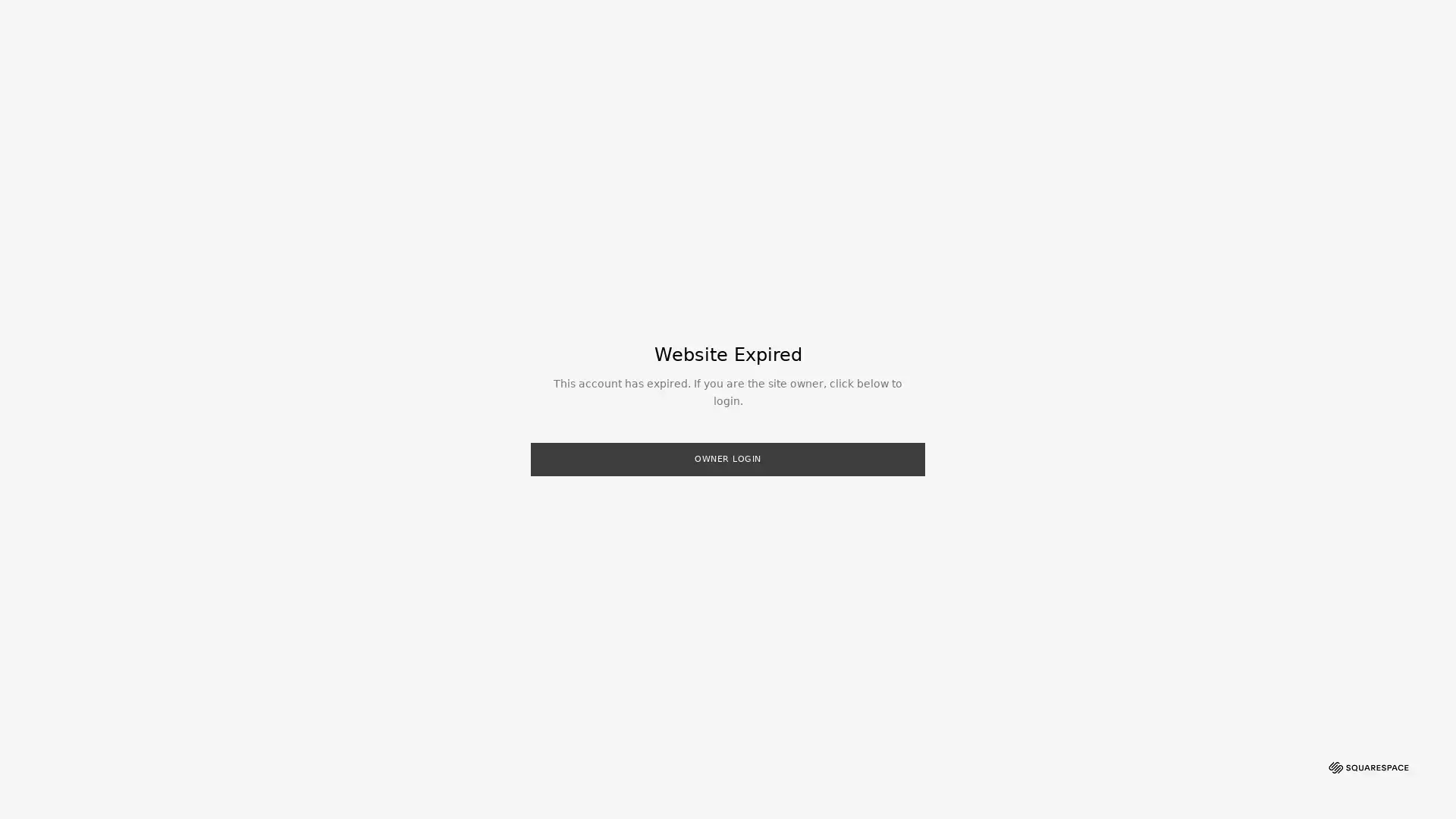 This screenshot has height=819, width=1456. I want to click on Owner Login, so click(728, 458).